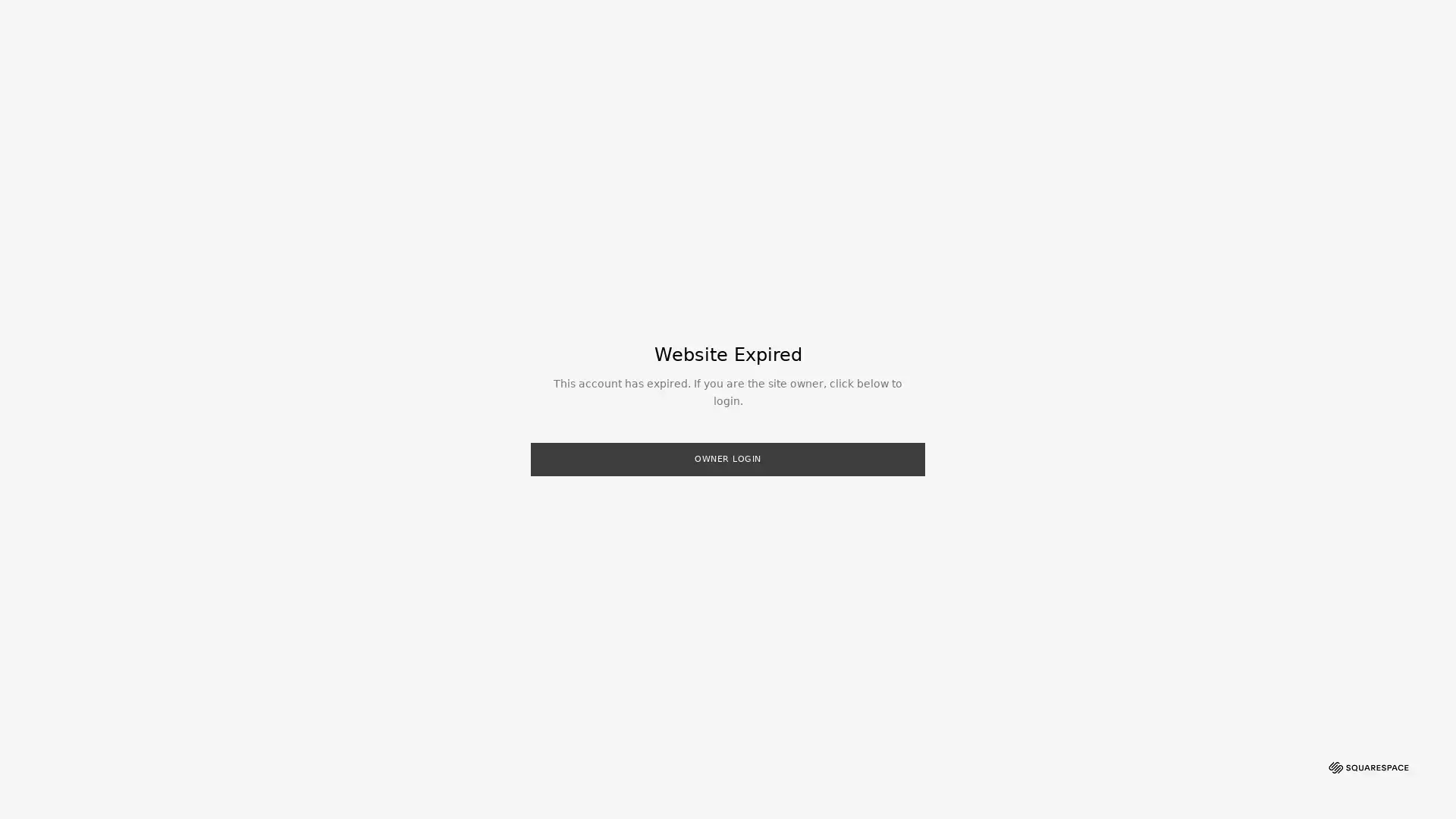 This screenshot has height=819, width=1456. I want to click on Owner Login, so click(728, 458).